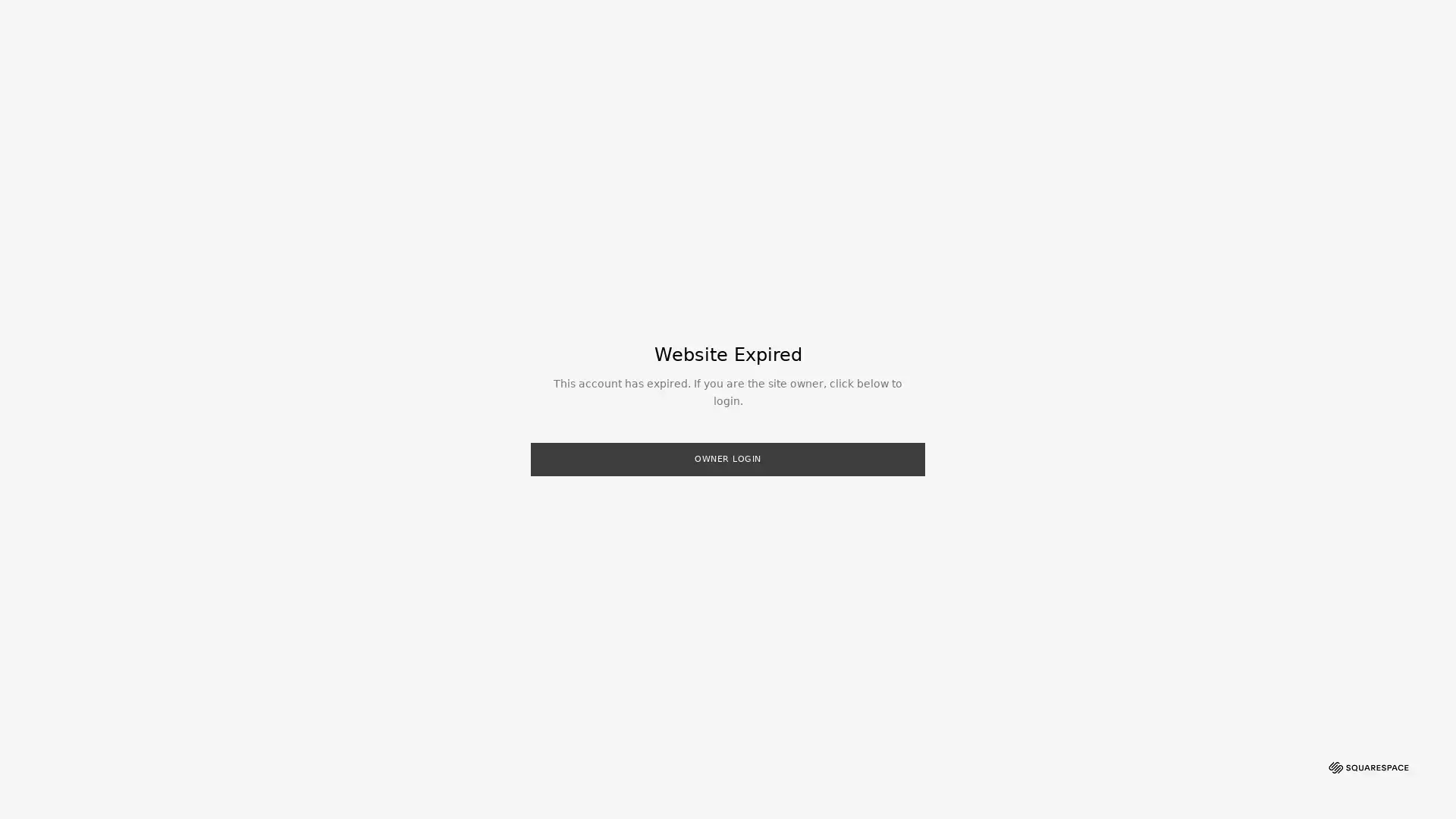 This screenshot has height=819, width=1456. I want to click on Owner Login, so click(728, 458).